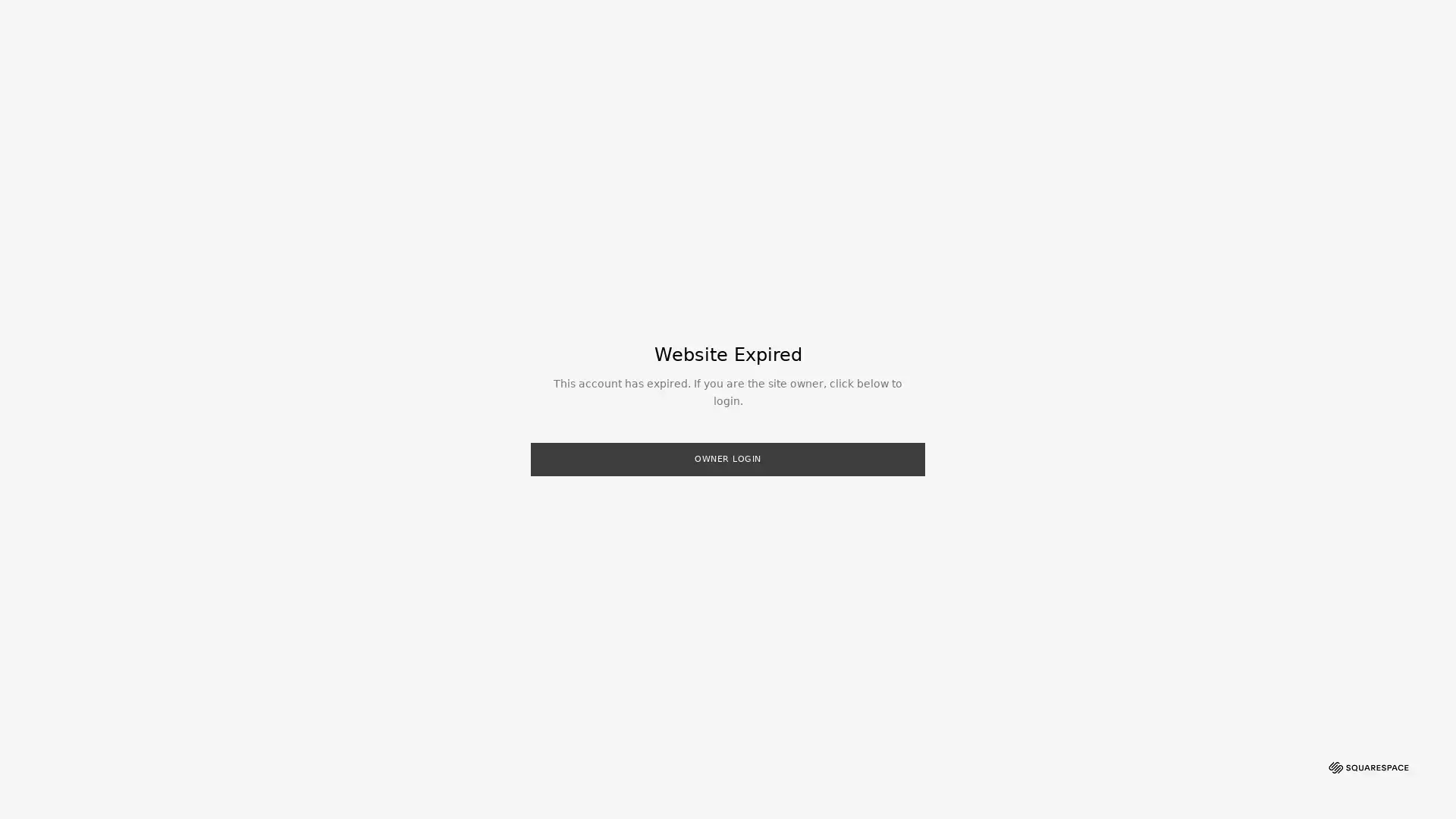 This screenshot has height=819, width=1456. I want to click on Owner Login, so click(728, 458).